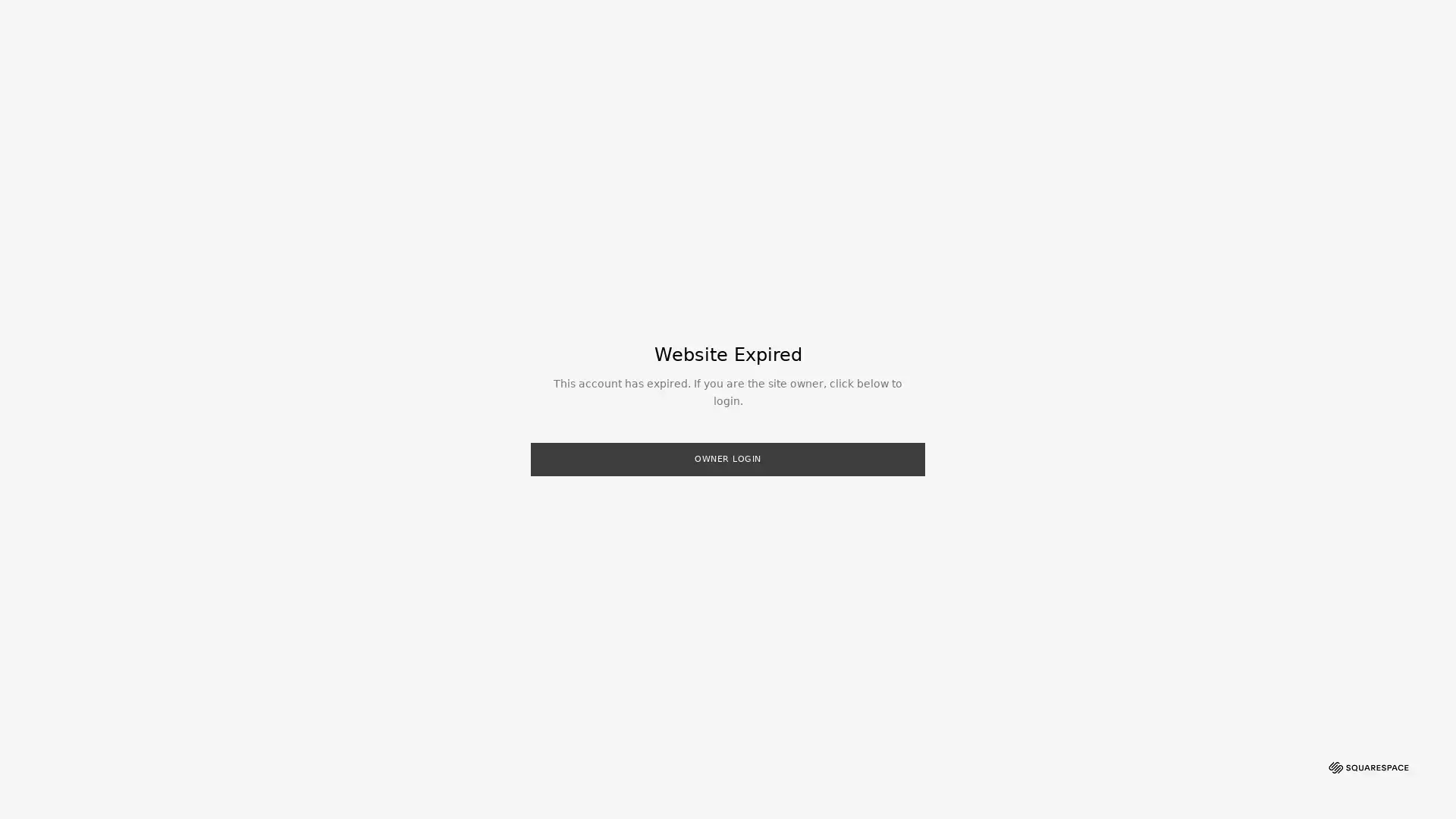 This screenshot has height=819, width=1456. I want to click on Owner Login, so click(728, 458).